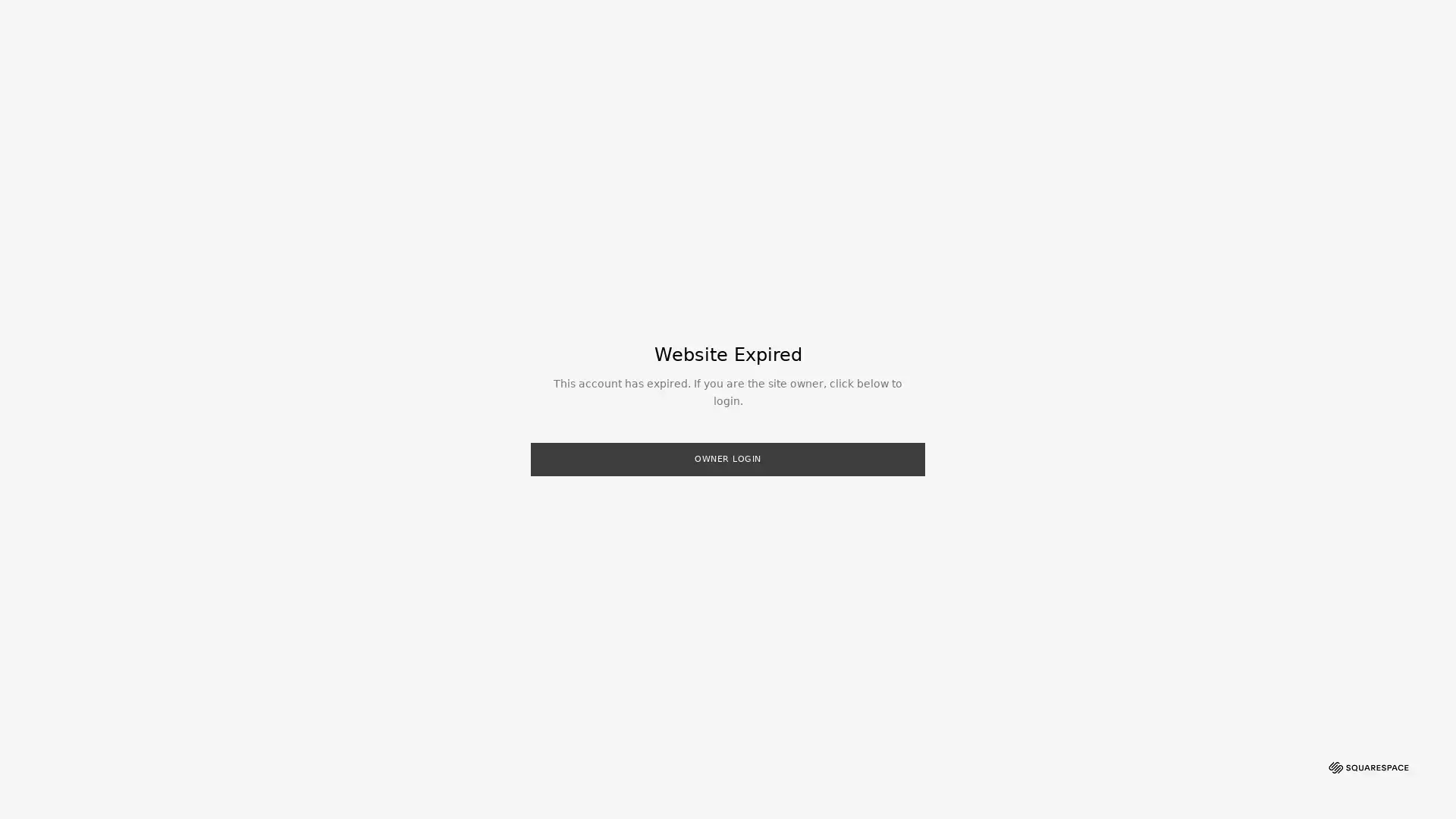 This screenshot has height=819, width=1456. I want to click on Owner Login, so click(728, 458).